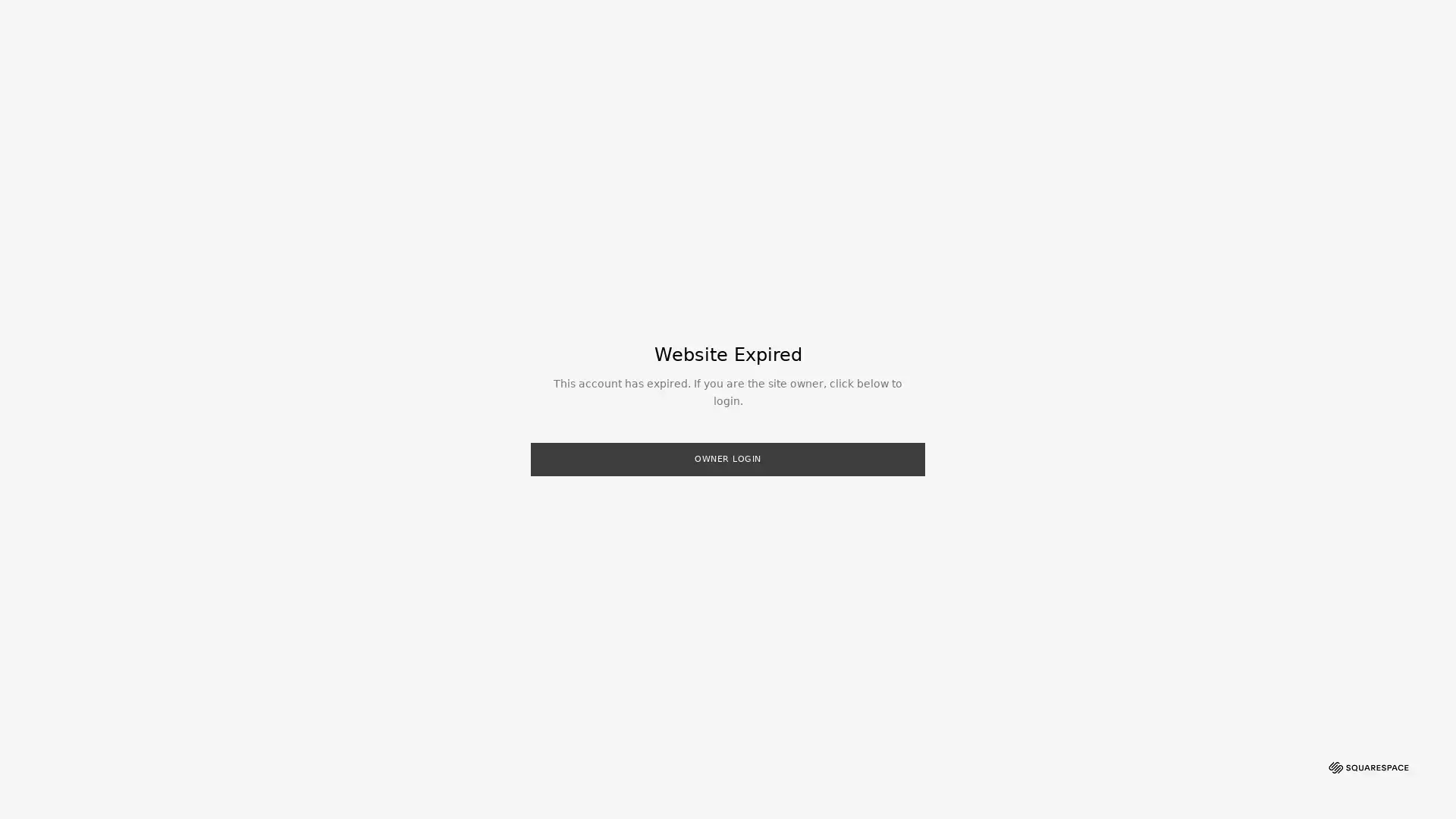 This screenshot has height=819, width=1456. I want to click on Owner Login, so click(728, 458).